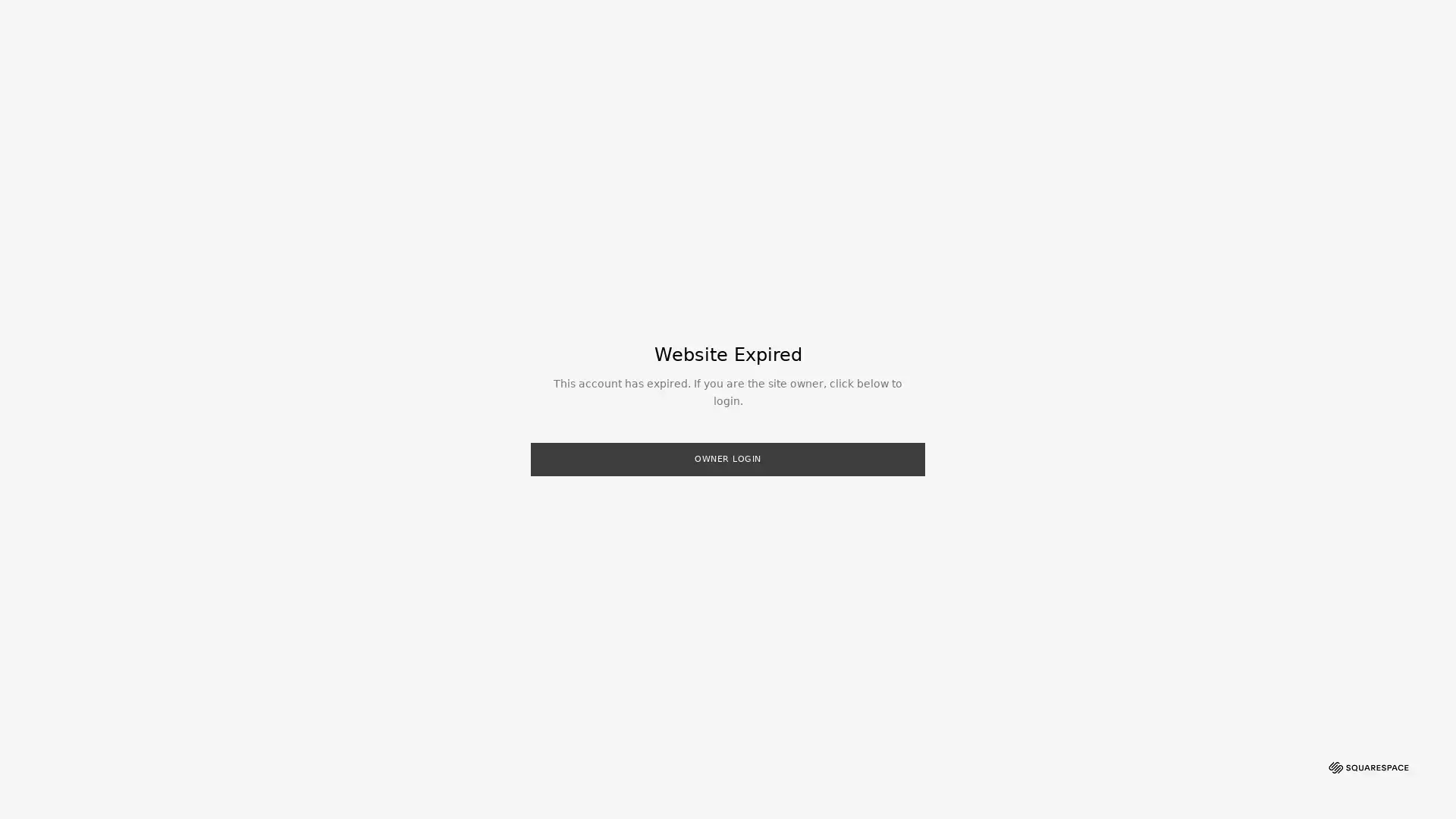 This screenshot has height=819, width=1456. I want to click on Owner Login, so click(728, 458).